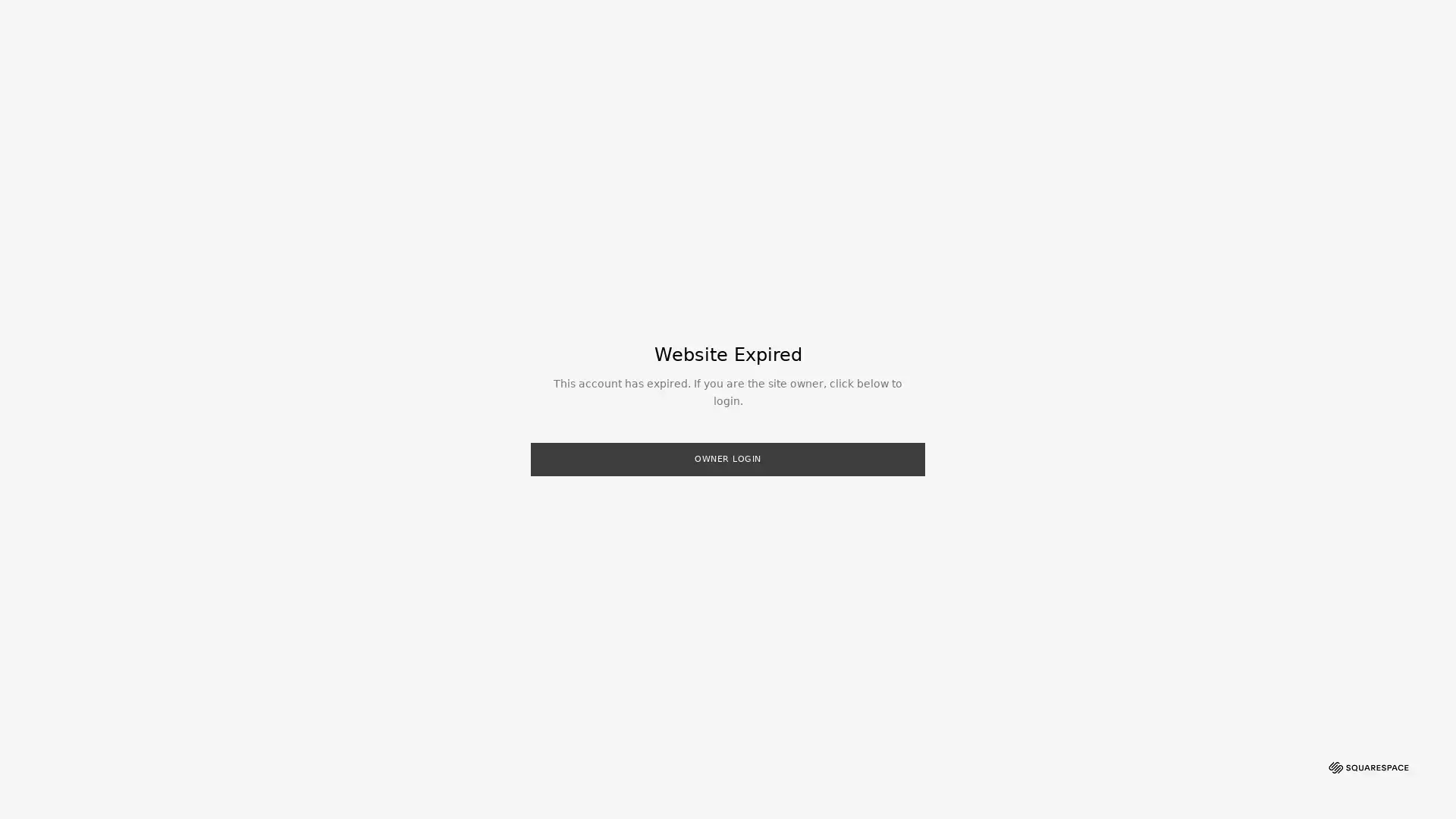 This screenshot has height=819, width=1456. I want to click on Owner Login, so click(728, 458).